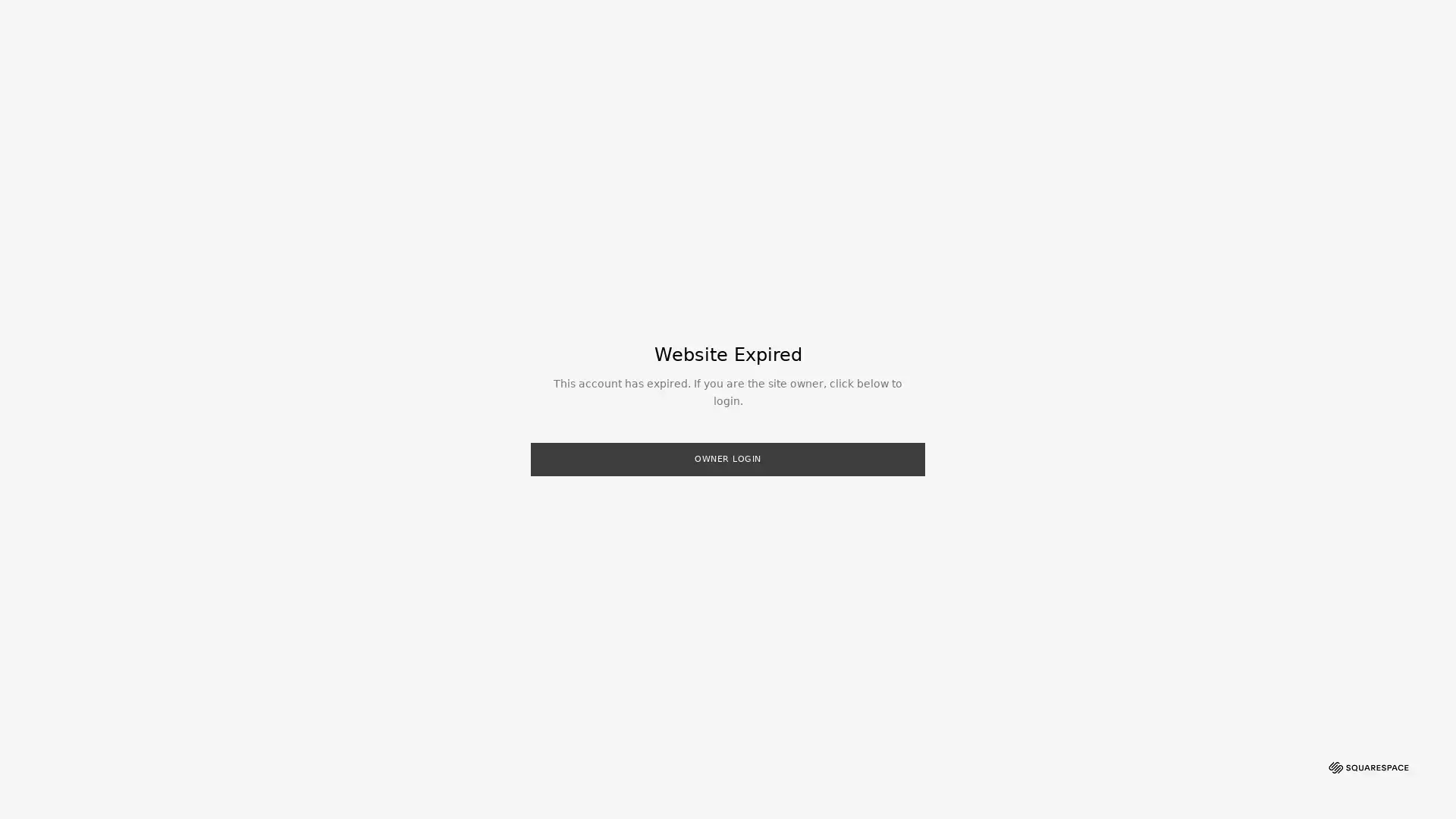 This screenshot has height=819, width=1456. I want to click on Owner Login, so click(728, 458).